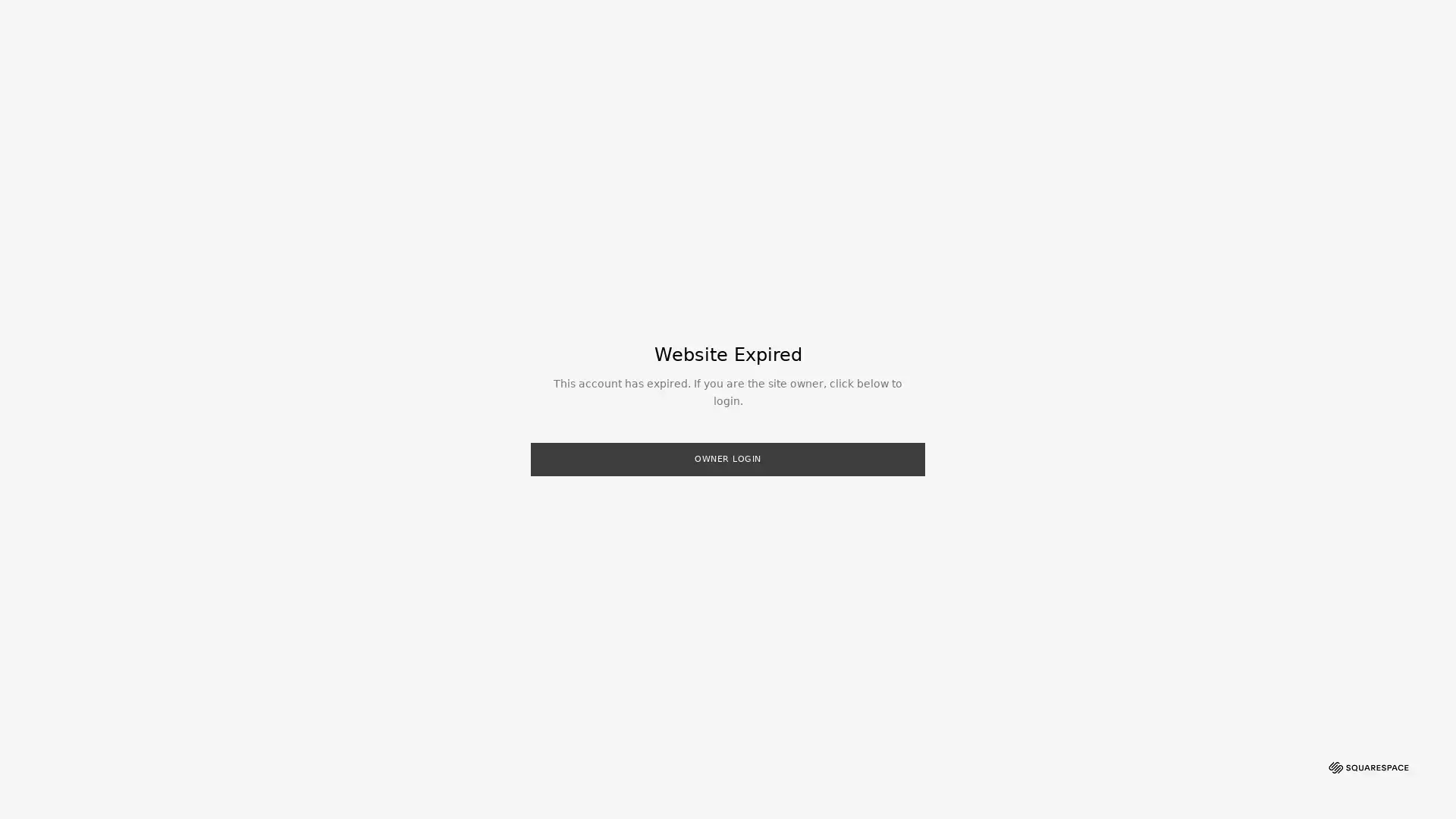 This screenshot has height=819, width=1456. I want to click on Owner Login, so click(728, 458).